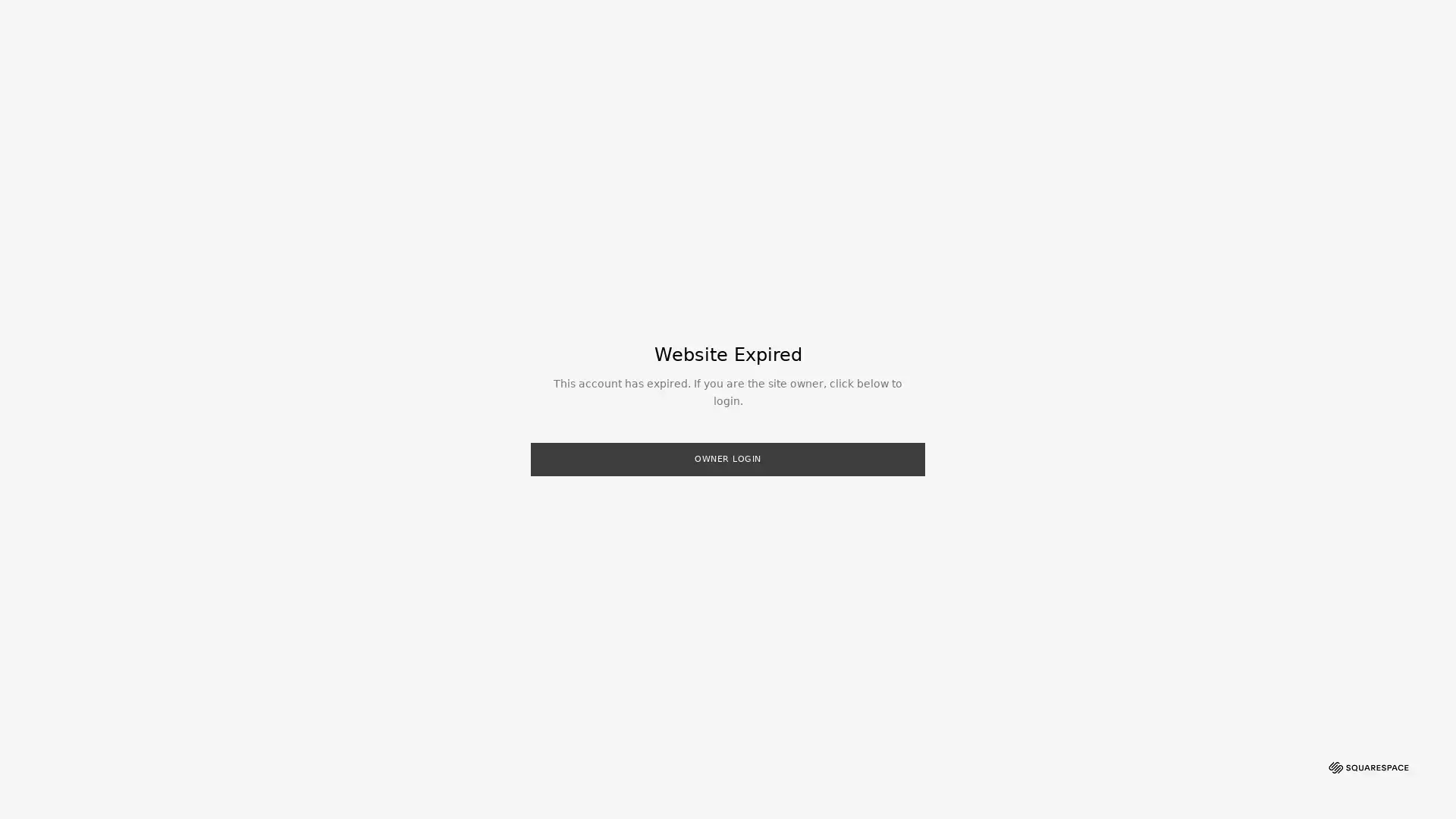 This screenshot has height=819, width=1456. I want to click on Owner Login, so click(728, 458).